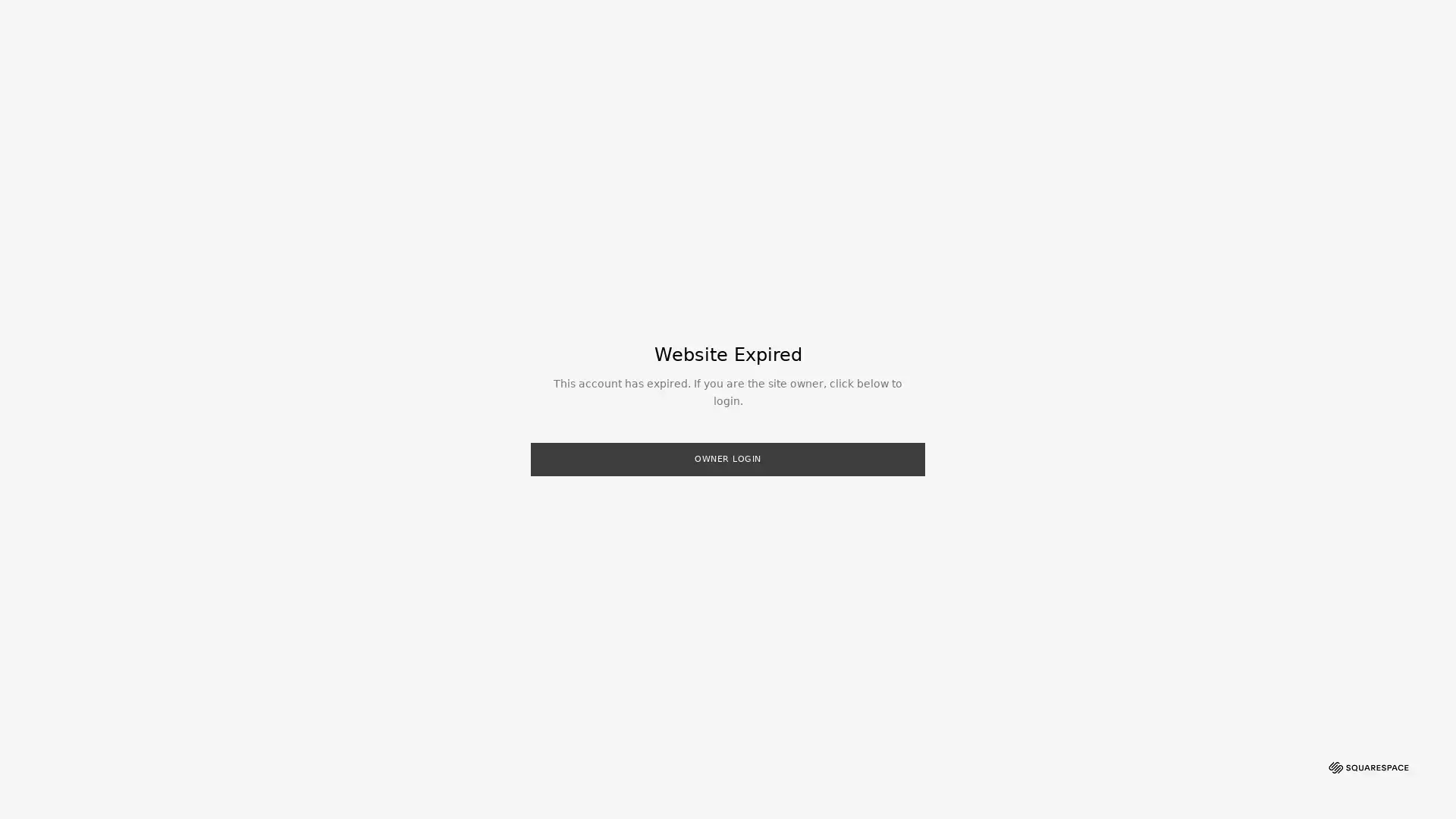 This screenshot has height=819, width=1456. I want to click on Owner Login, so click(728, 458).